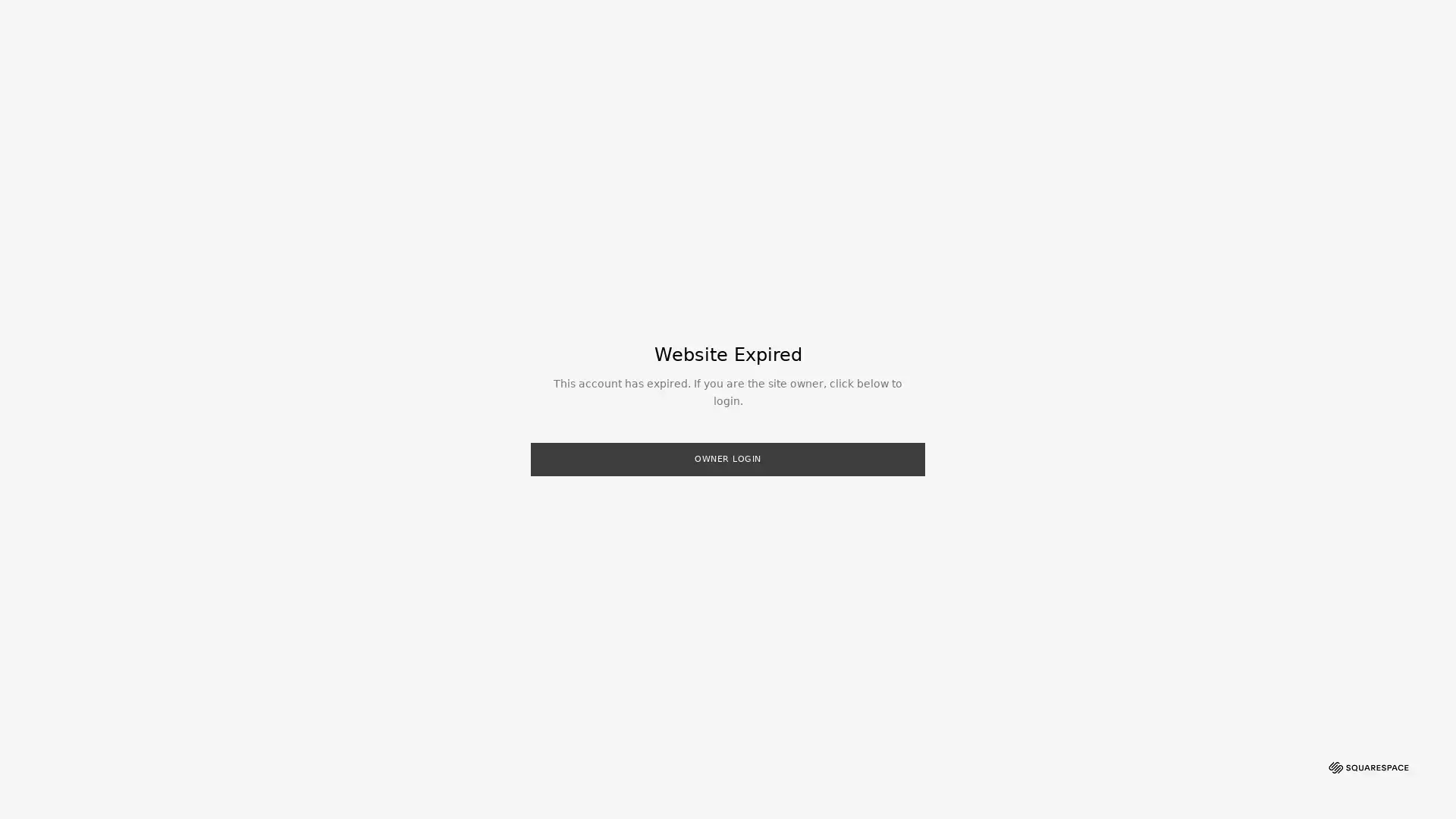 This screenshot has height=819, width=1456. I want to click on Owner Login, so click(728, 458).